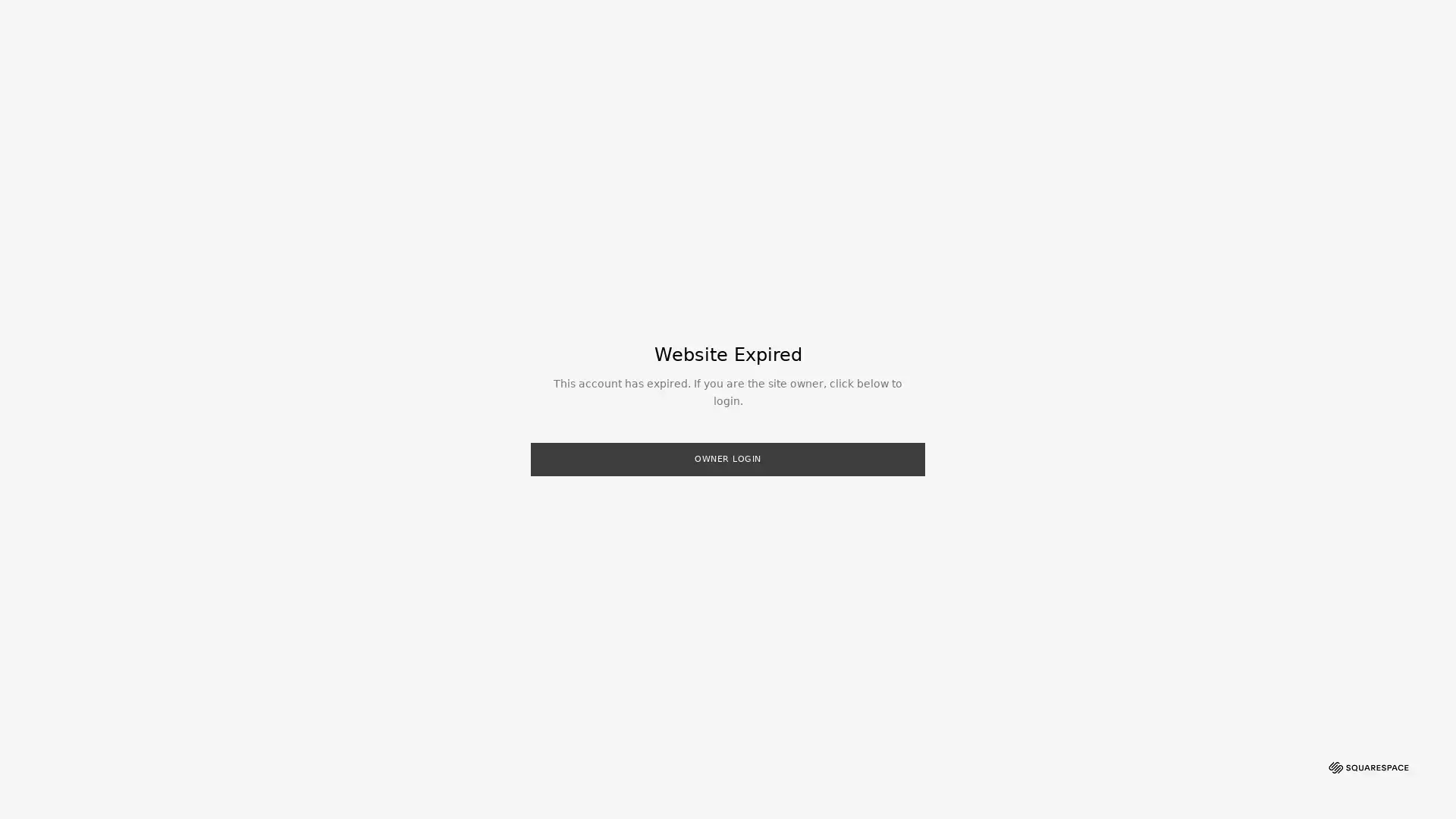 This screenshot has height=819, width=1456. I want to click on Owner Login, so click(728, 458).